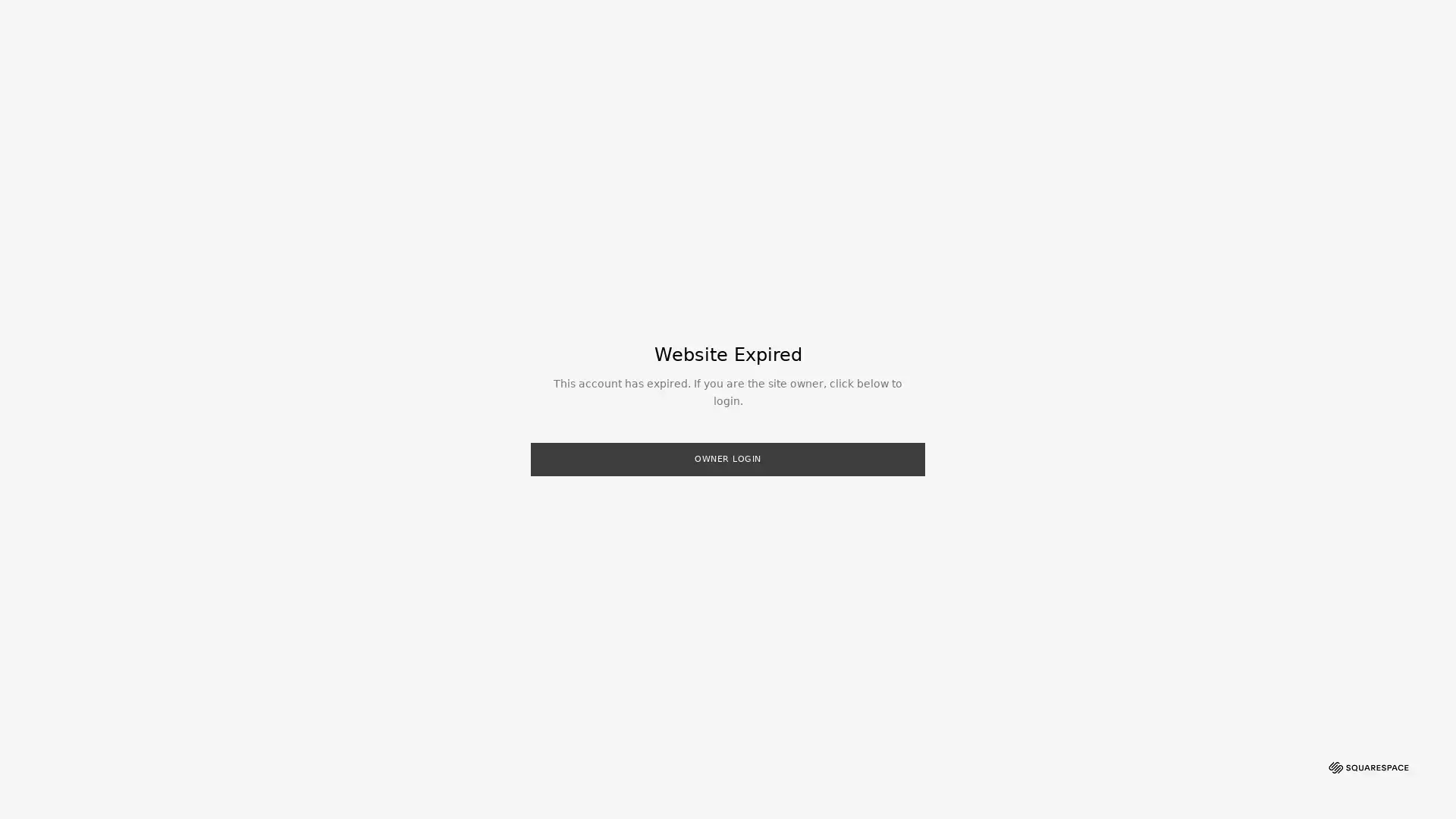 This screenshot has height=819, width=1456. I want to click on Owner Login, so click(728, 458).